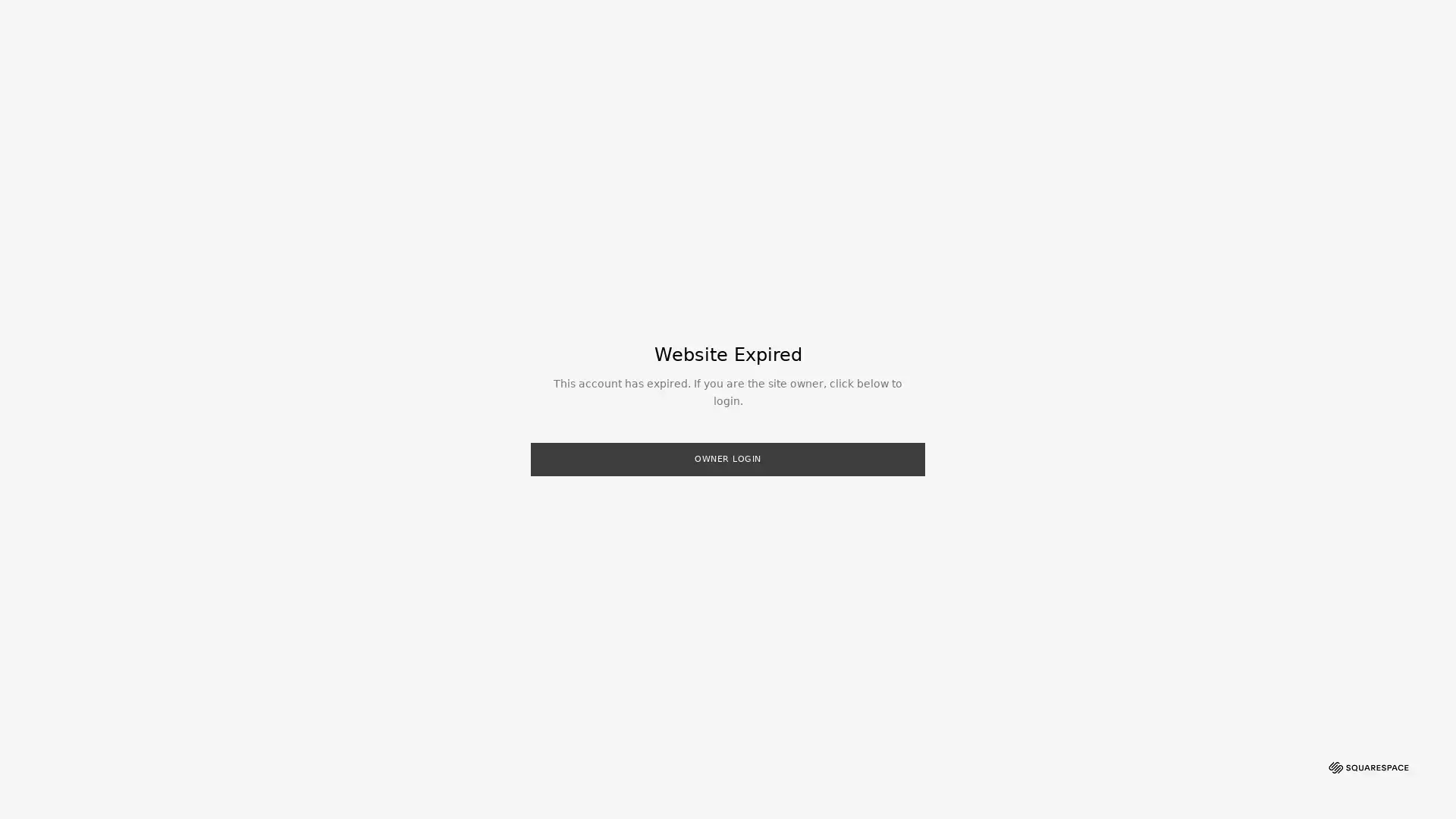 This screenshot has height=819, width=1456. I want to click on Owner Login, so click(728, 458).